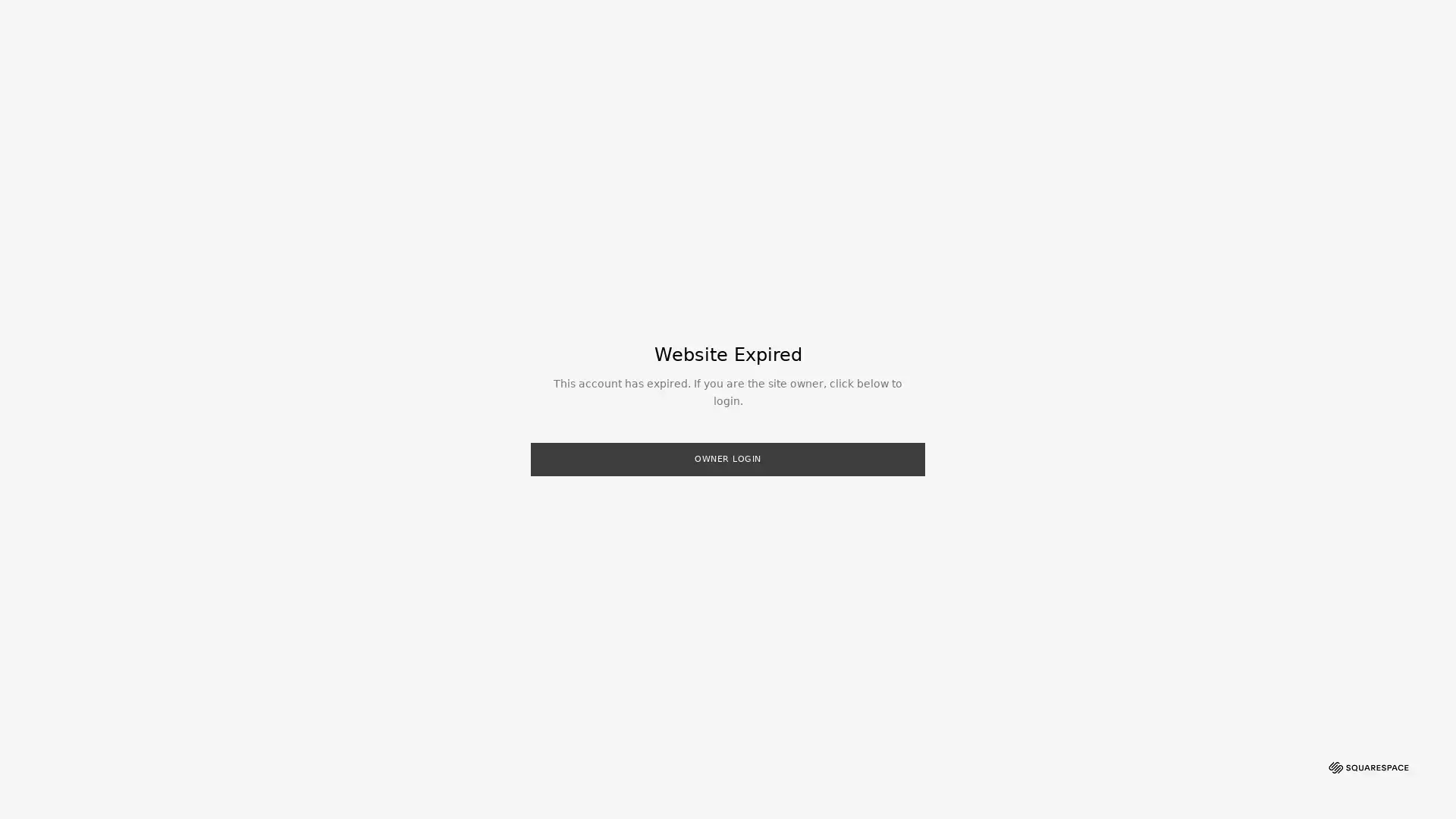 This screenshot has height=819, width=1456. I want to click on Owner Login, so click(728, 458).